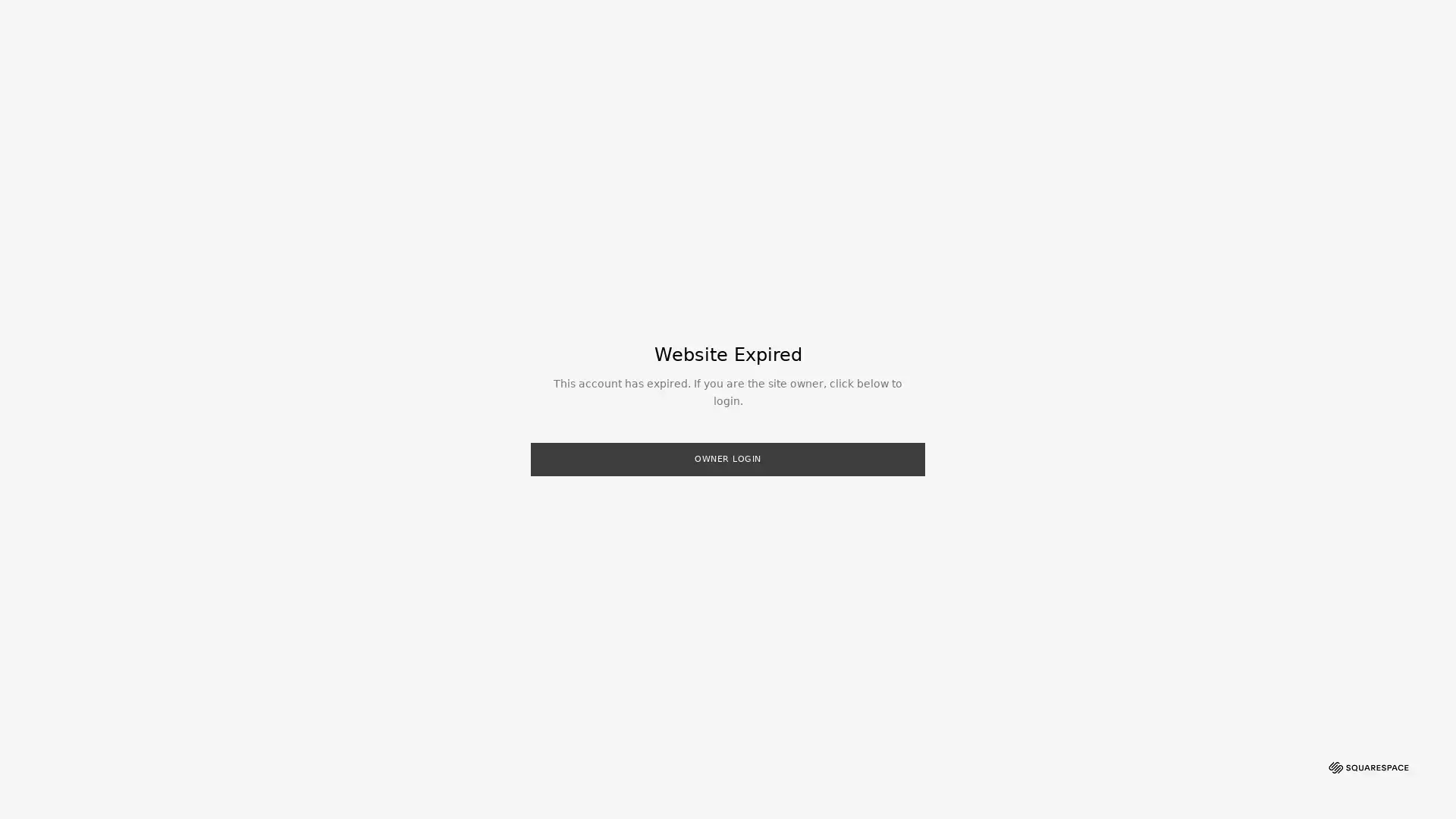 This screenshot has height=819, width=1456. I want to click on Owner Login, so click(728, 458).